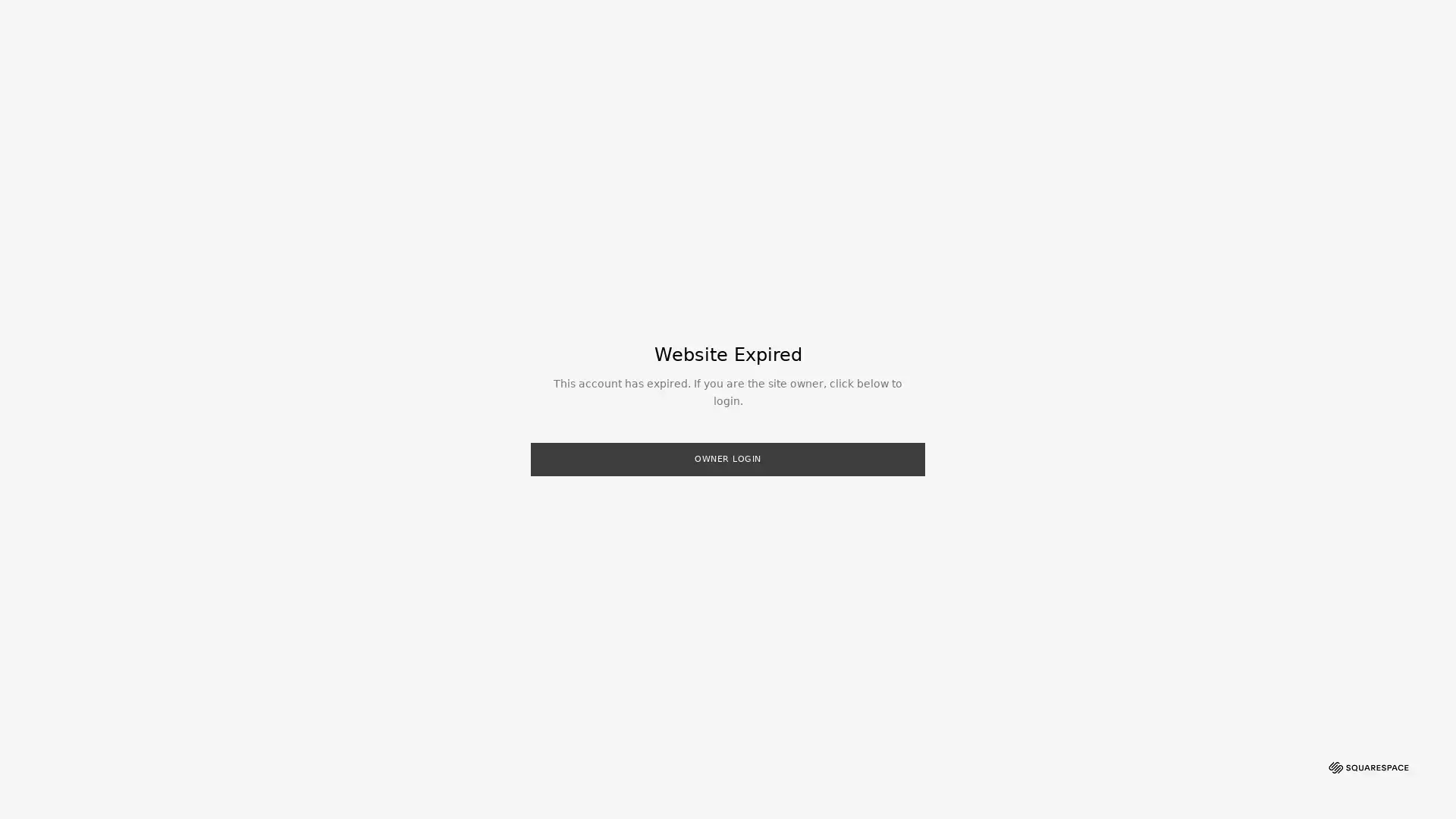 This screenshot has height=819, width=1456. I want to click on Owner Login, so click(728, 458).